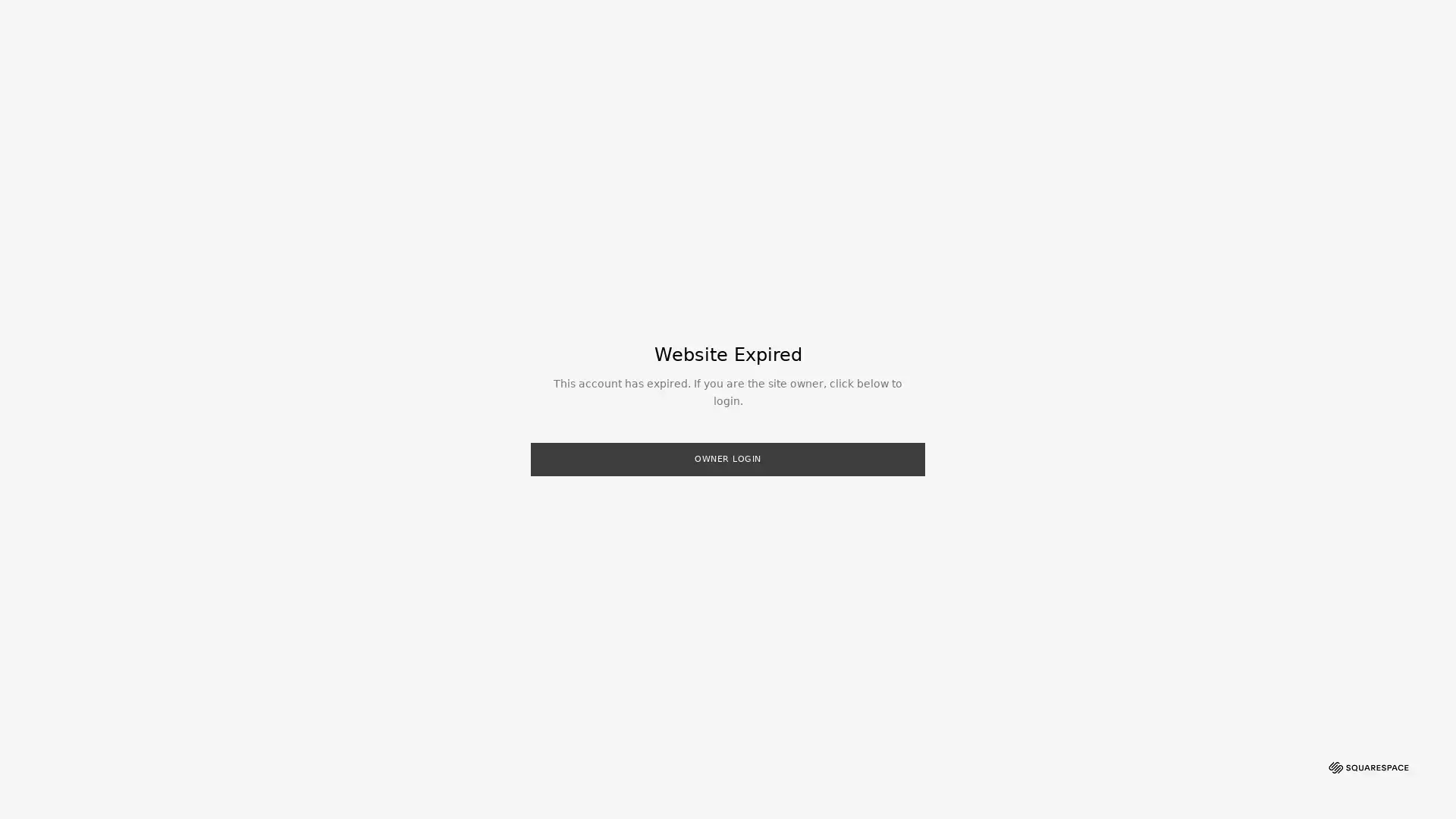 This screenshot has height=819, width=1456. I want to click on Owner Login, so click(728, 458).